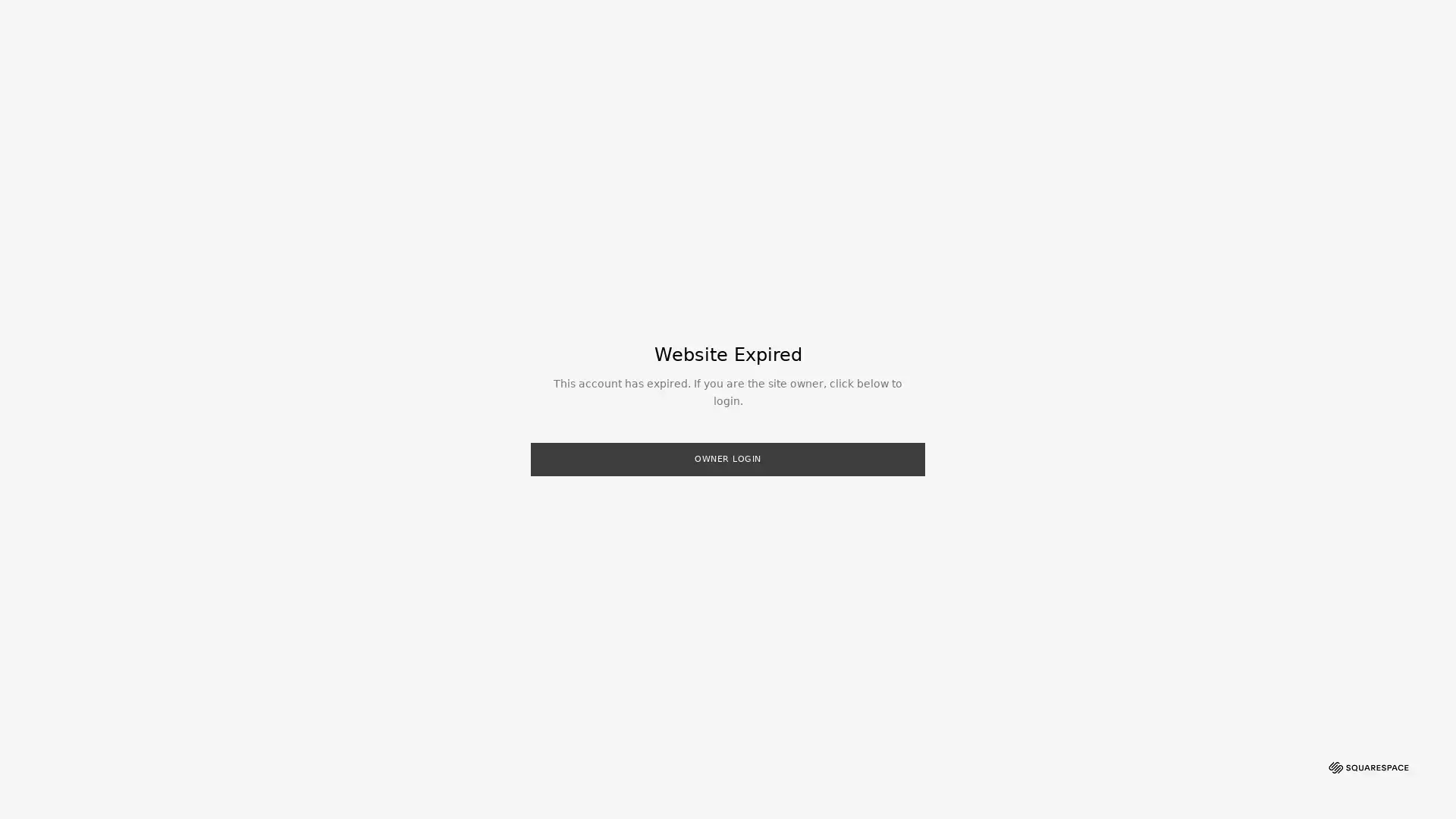 This screenshot has height=819, width=1456. I want to click on Owner Login, so click(728, 458).